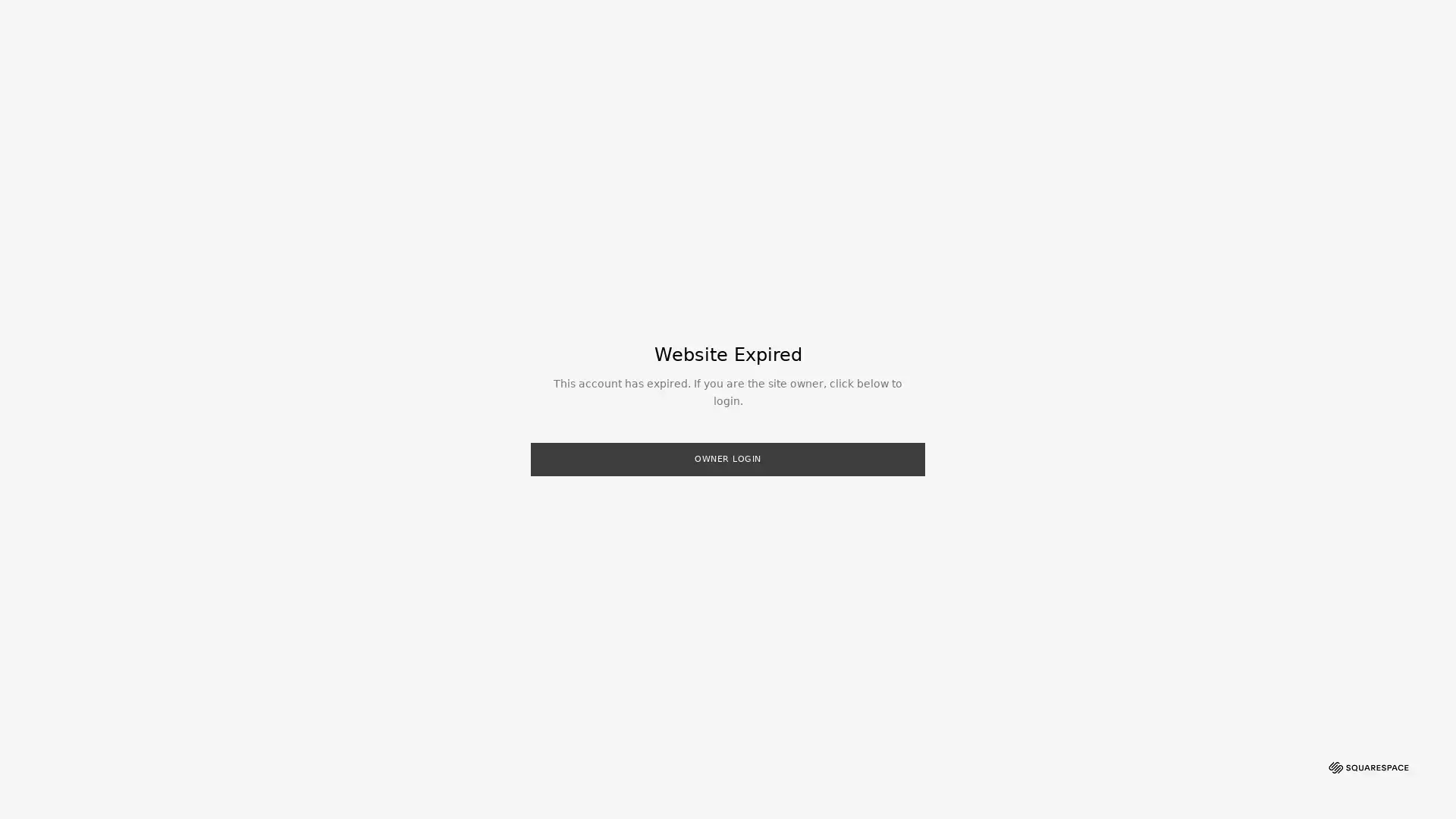 This screenshot has height=819, width=1456. I want to click on Owner Login, so click(728, 458).